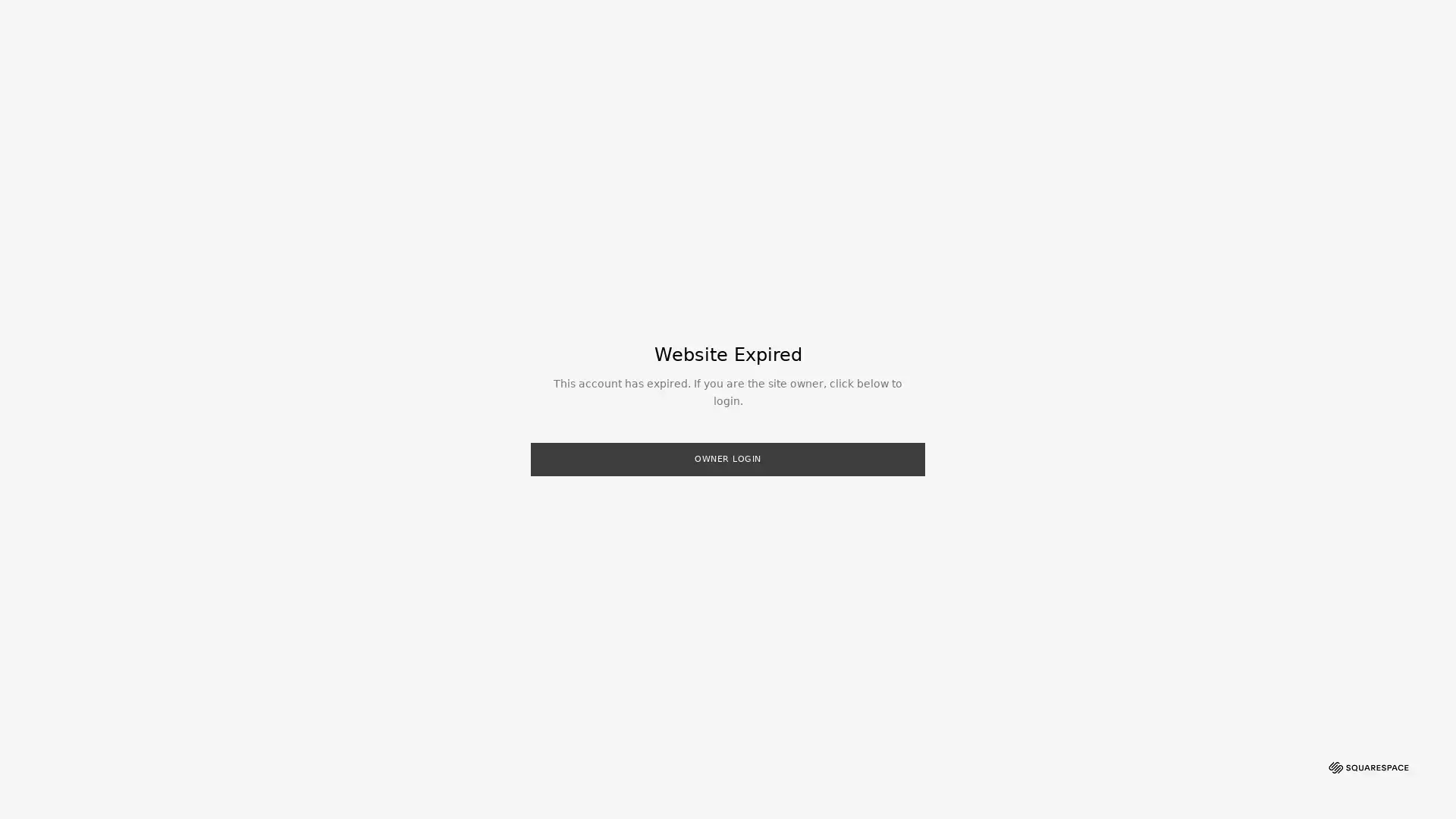 This screenshot has height=819, width=1456. I want to click on Owner Login, so click(728, 458).